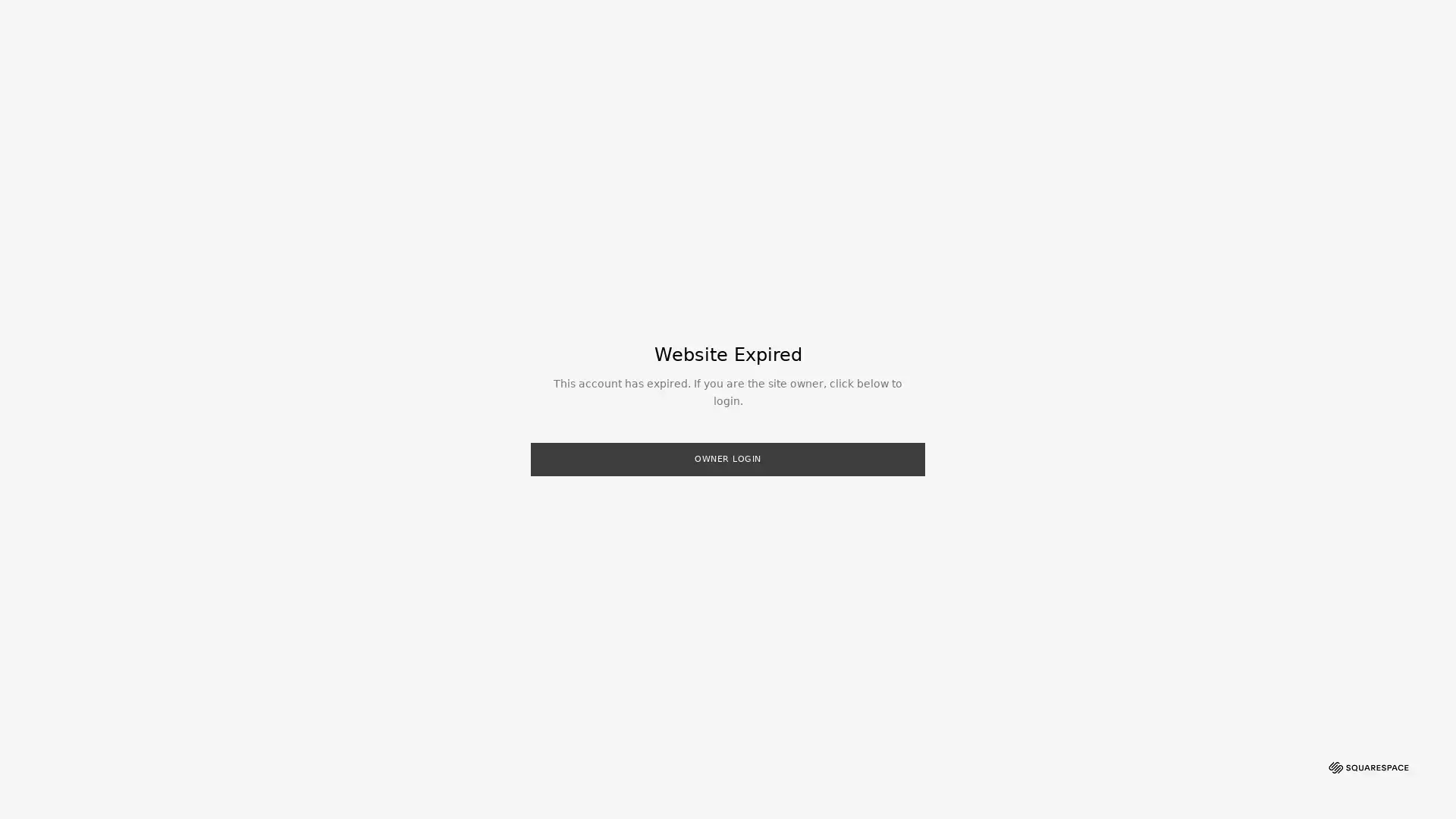 This screenshot has height=819, width=1456. I want to click on Owner Login, so click(728, 458).